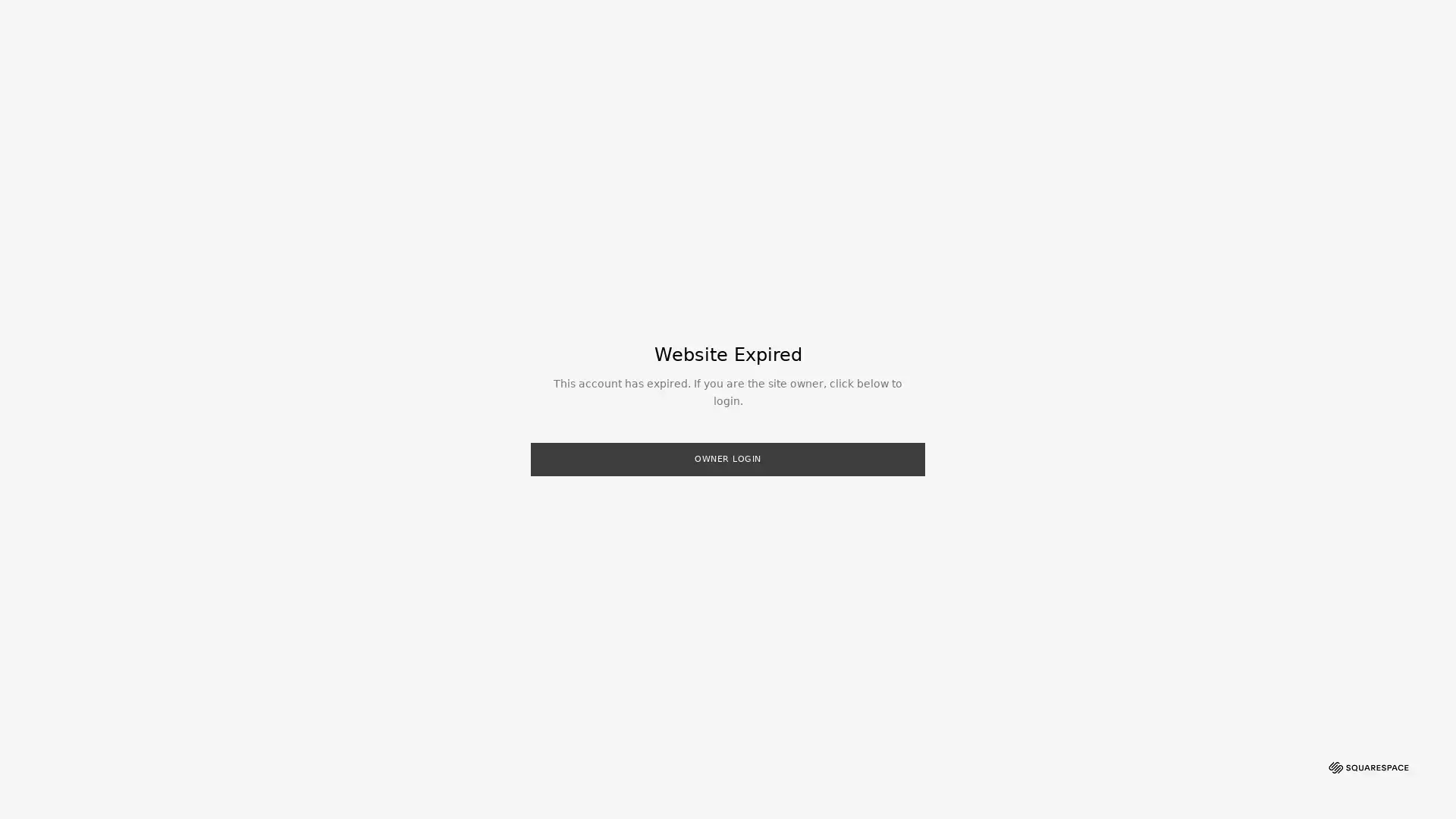 This screenshot has height=819, width=1456. I want to click on Owner Login, so click(728, 458).